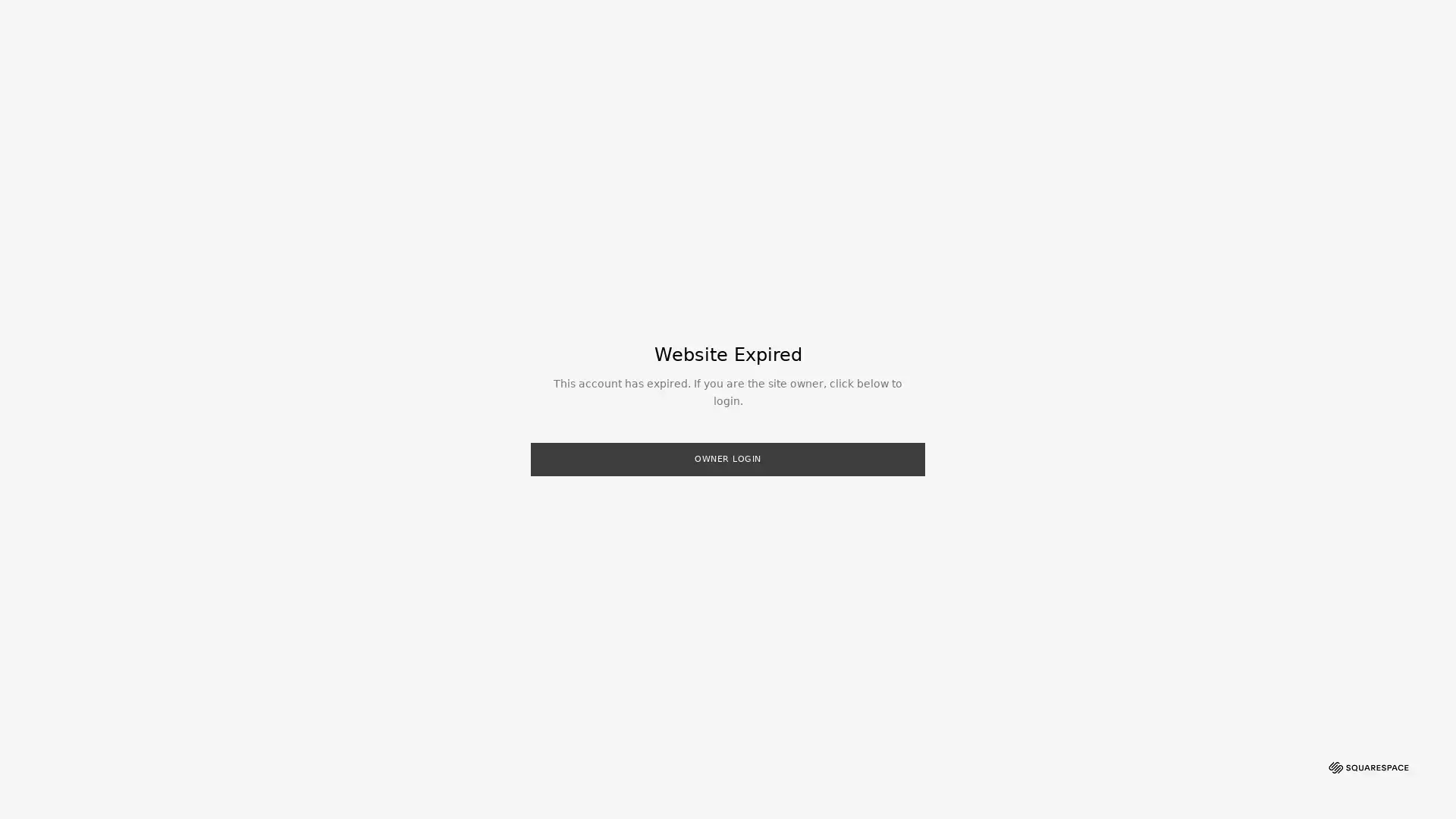 This screenshot has height=819, width=1456. I want to click on Owner Login, so click(728, 458).